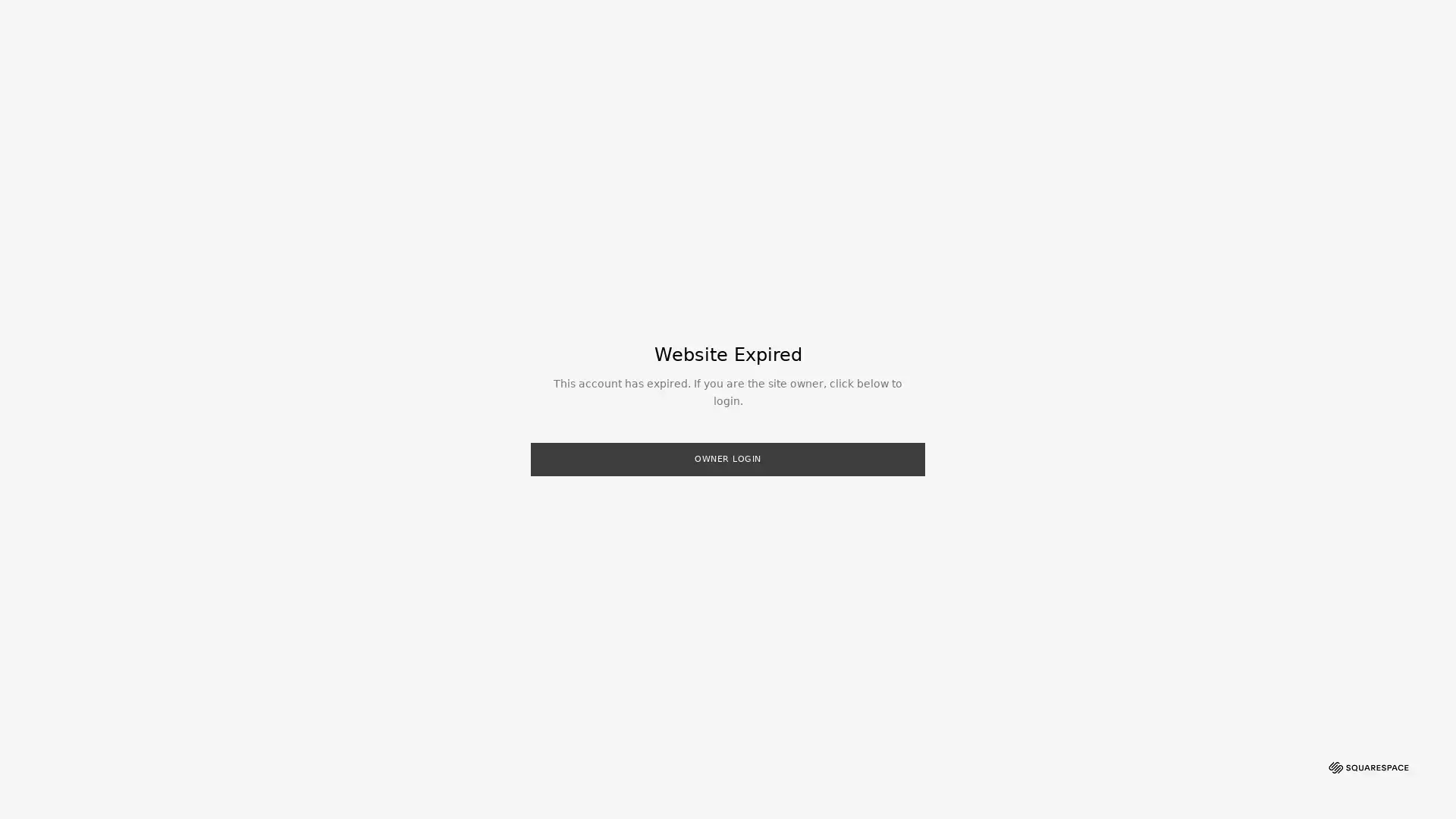 This screenshot has height=819, width=1456. I want to click on Owner Login, so click(728, 458).